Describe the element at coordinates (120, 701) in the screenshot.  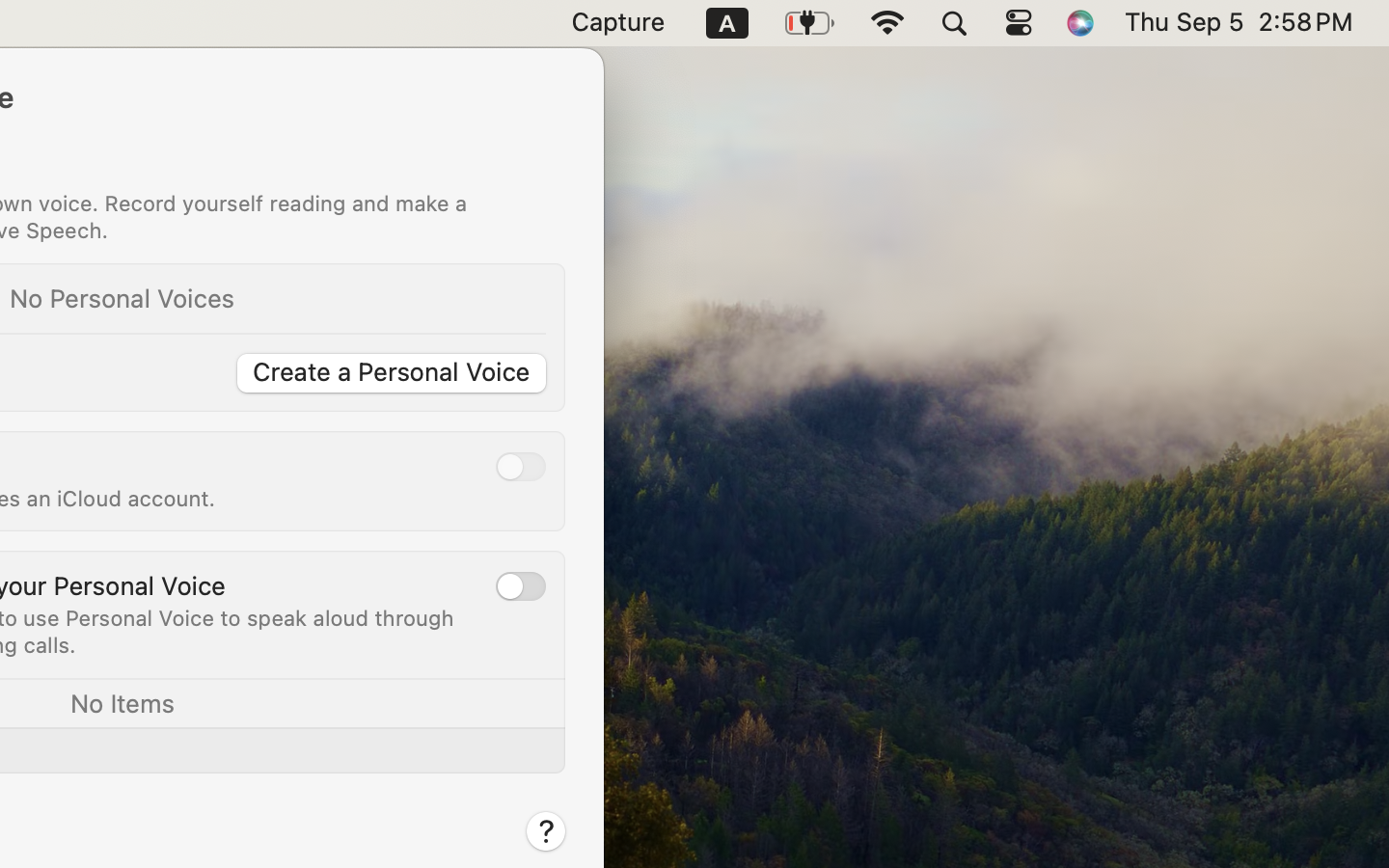
I see `'No Items'` at that location.